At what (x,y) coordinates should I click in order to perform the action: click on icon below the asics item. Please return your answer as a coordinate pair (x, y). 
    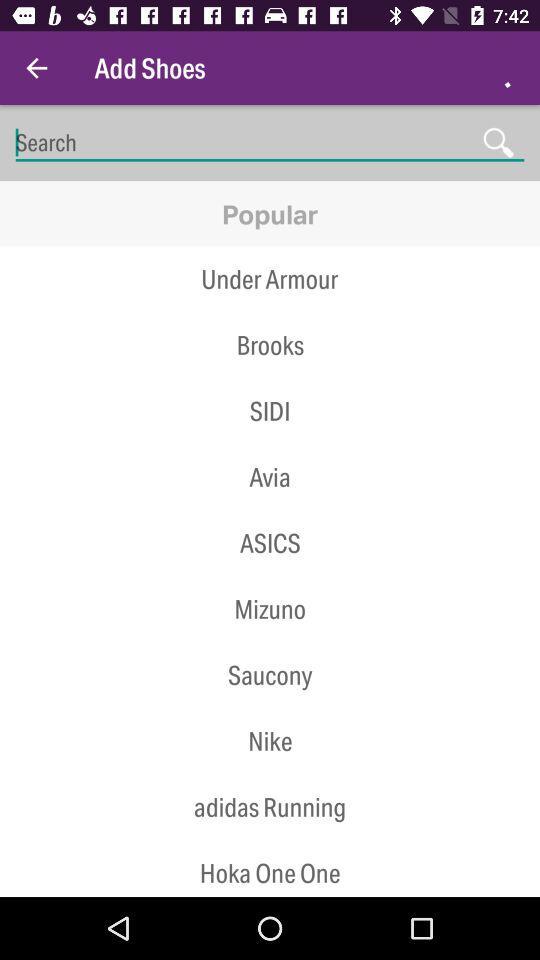
    Looking at the image, I should click on (270, 576).